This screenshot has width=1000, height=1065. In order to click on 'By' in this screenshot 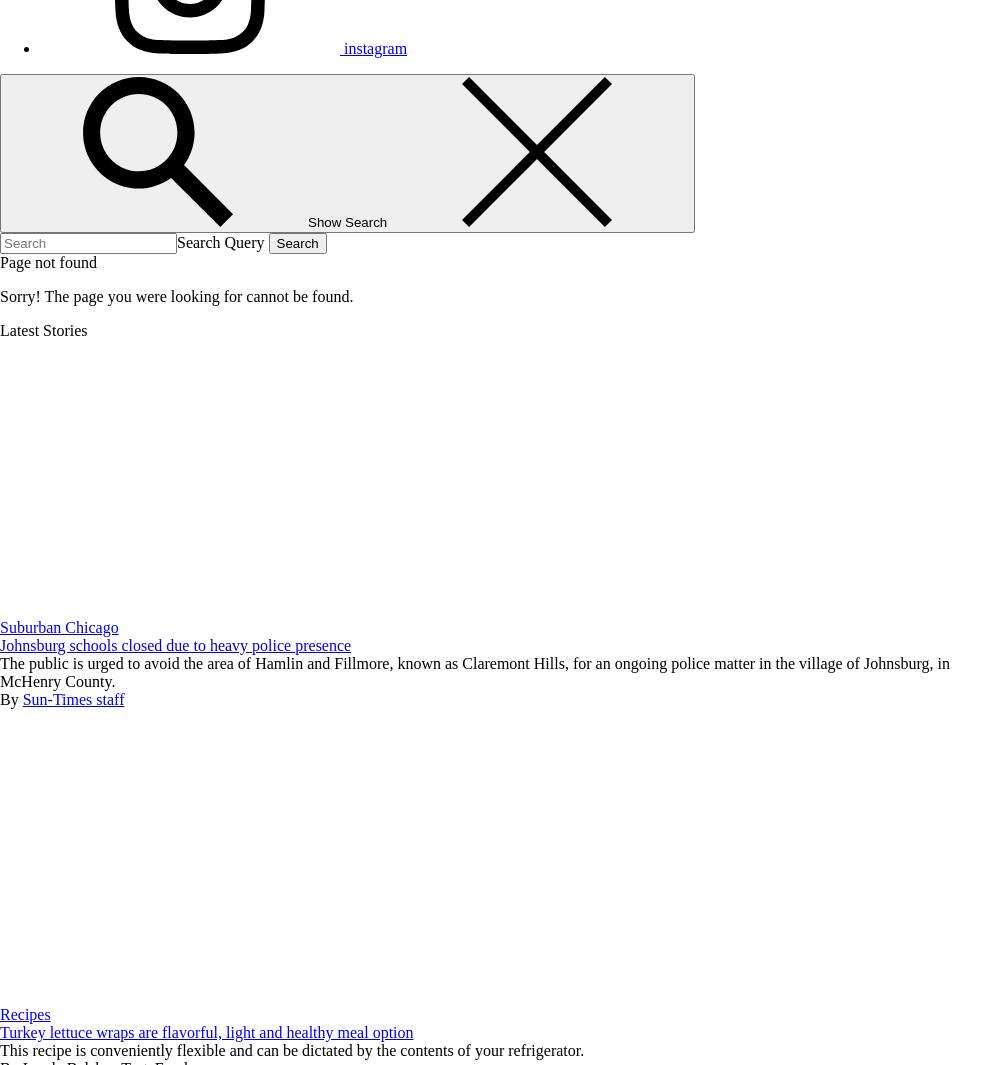, I will do `click(11, 699)`.